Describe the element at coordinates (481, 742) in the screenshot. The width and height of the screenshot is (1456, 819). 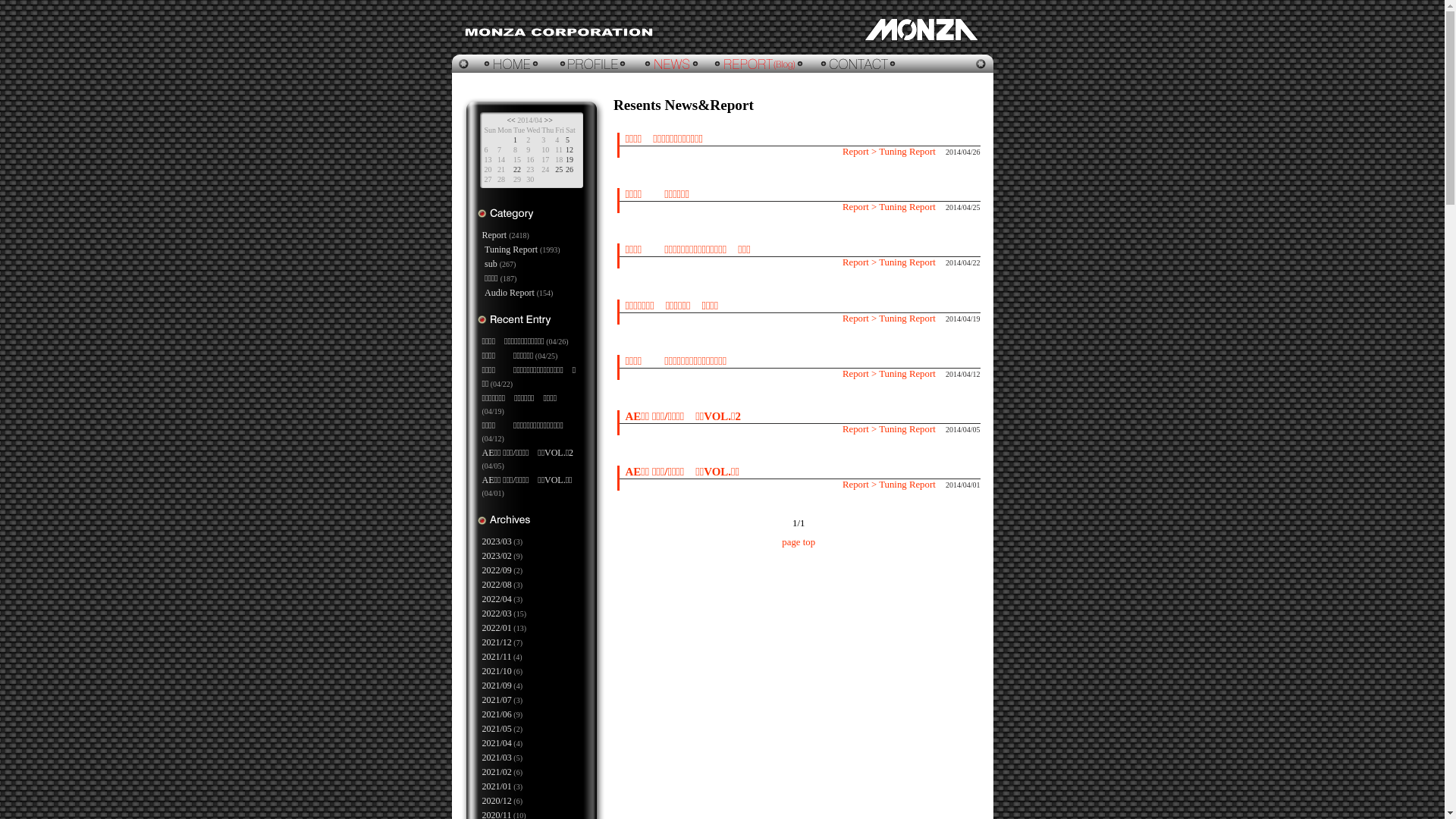
I see `'2021/04'` at that location.